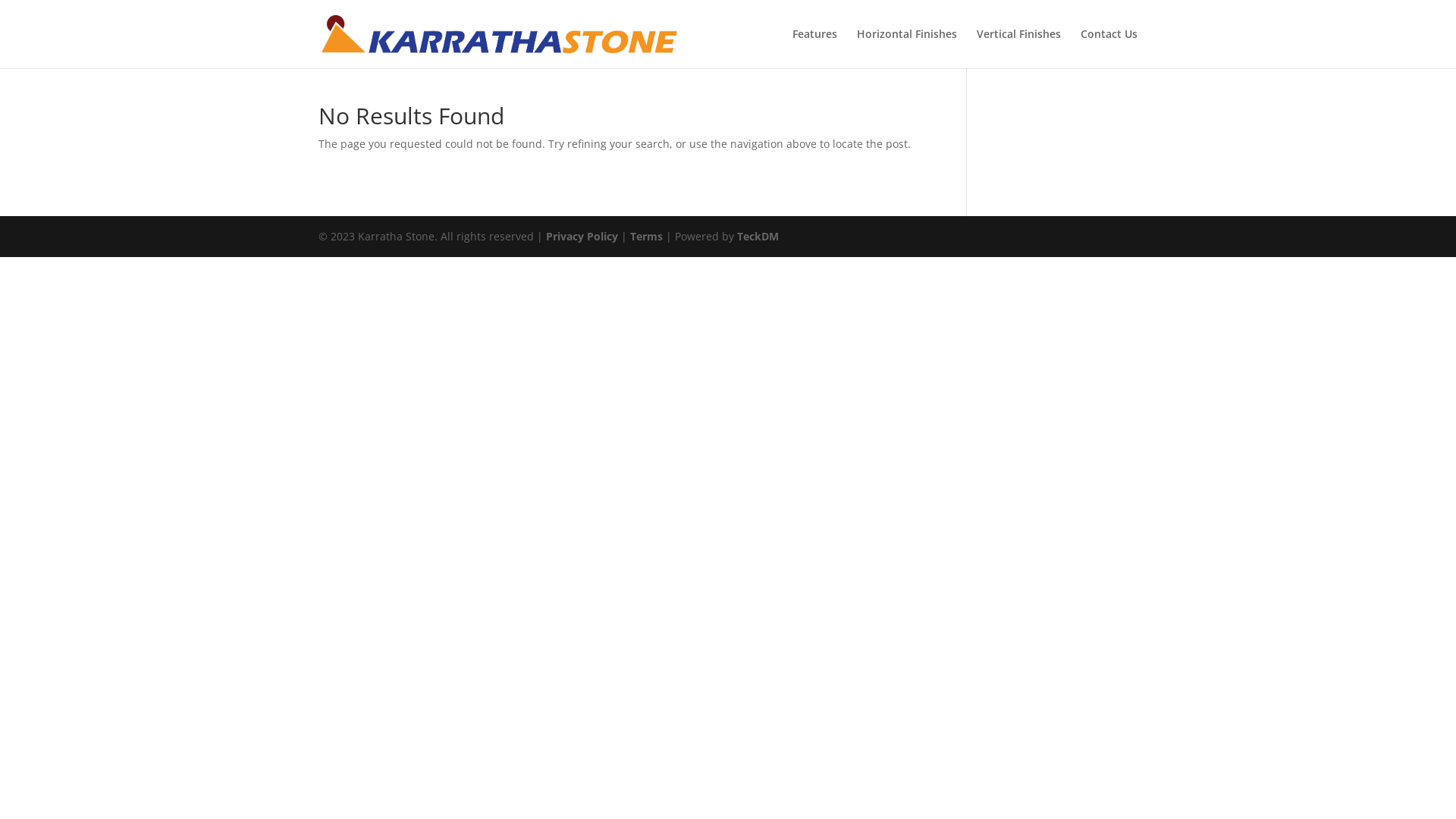  What do you see at coordinates (646, 236) in the screenshot?
I see `'Terms'` at bounding box center [646, 236].